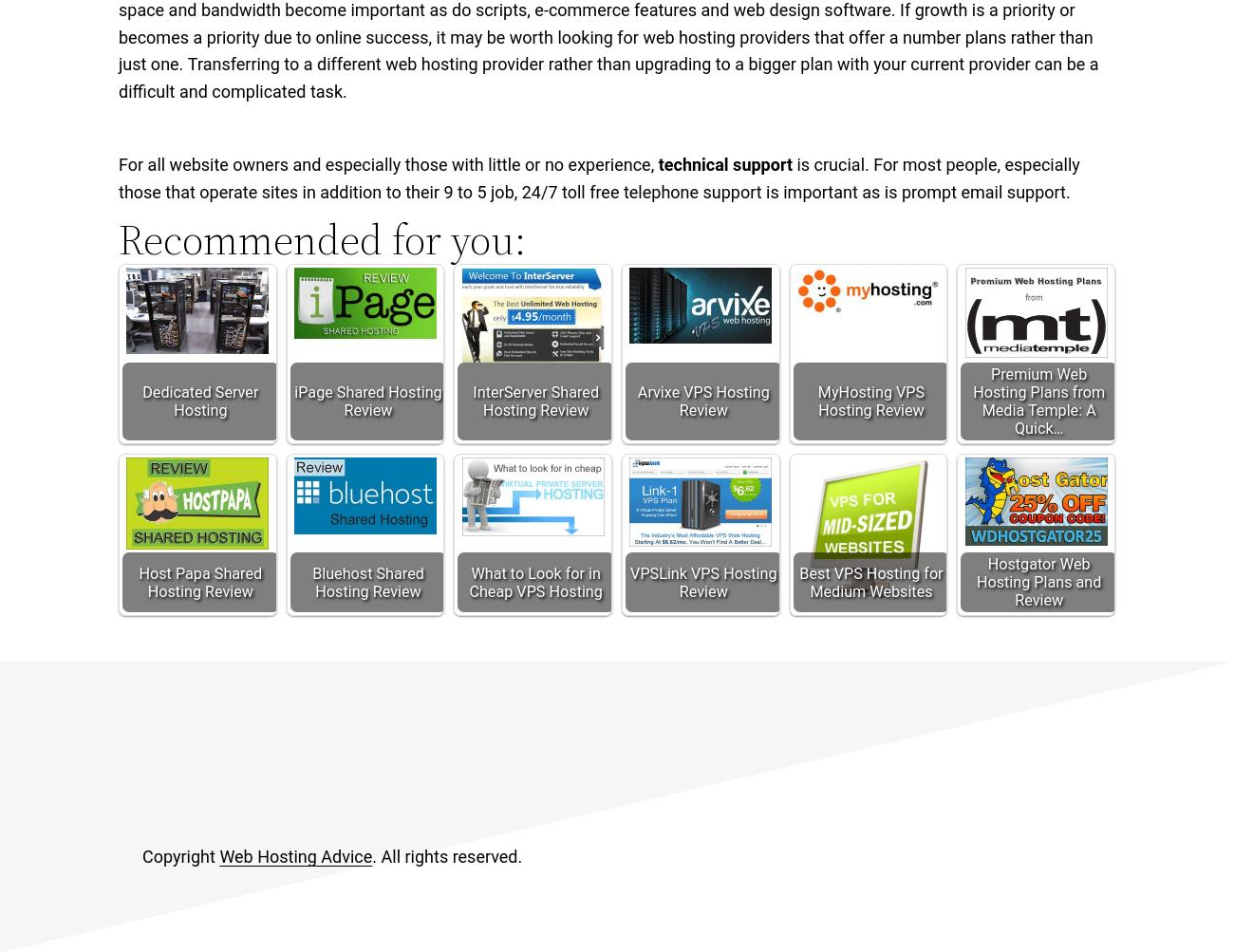 This screenshot has width=1234, height=952. I want to click on 'InterServer Shared Hosting Review', so click(534, 401).